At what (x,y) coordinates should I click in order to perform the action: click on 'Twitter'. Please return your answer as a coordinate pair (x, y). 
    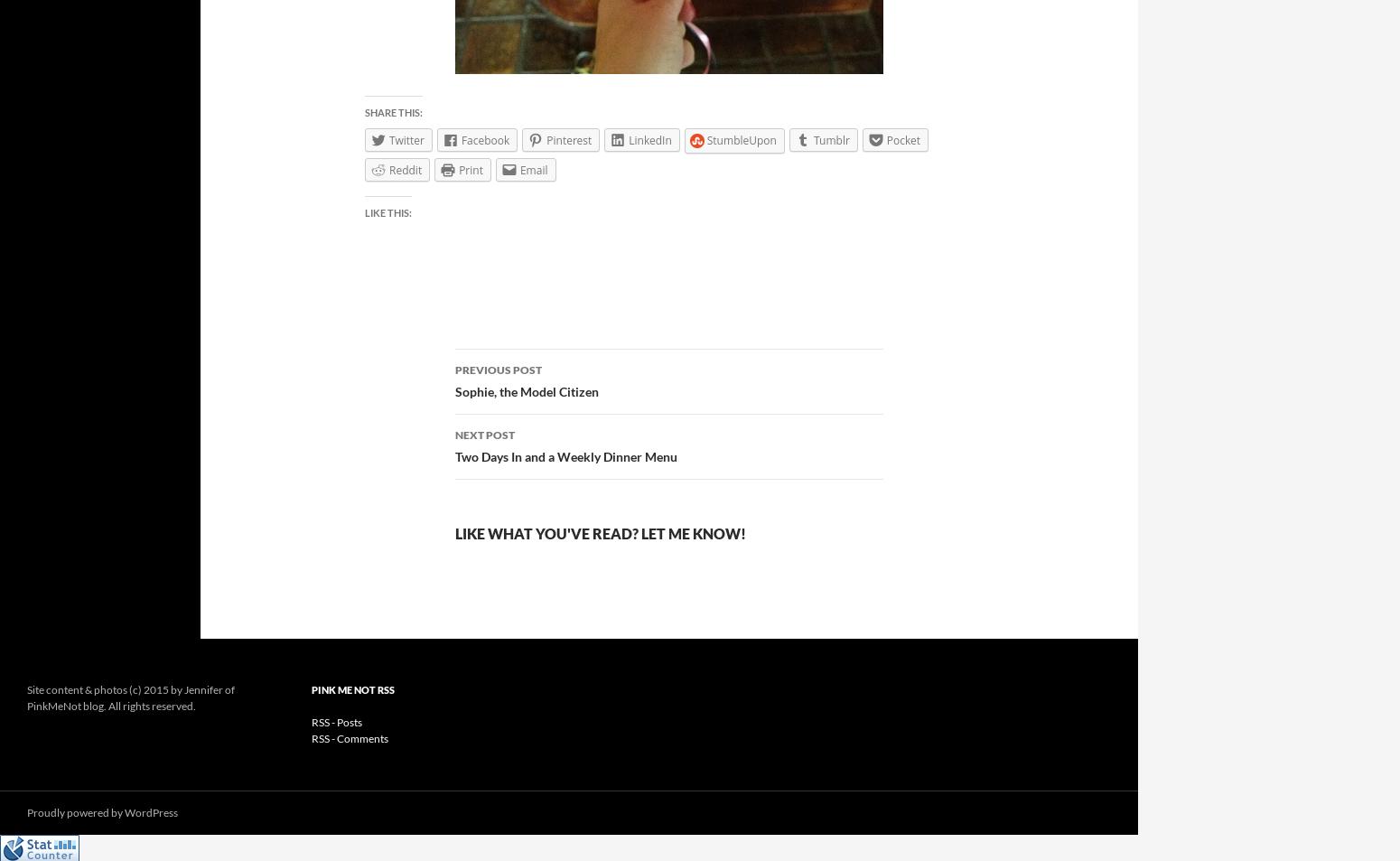
    Looking at the image, I should click on (406, 138).